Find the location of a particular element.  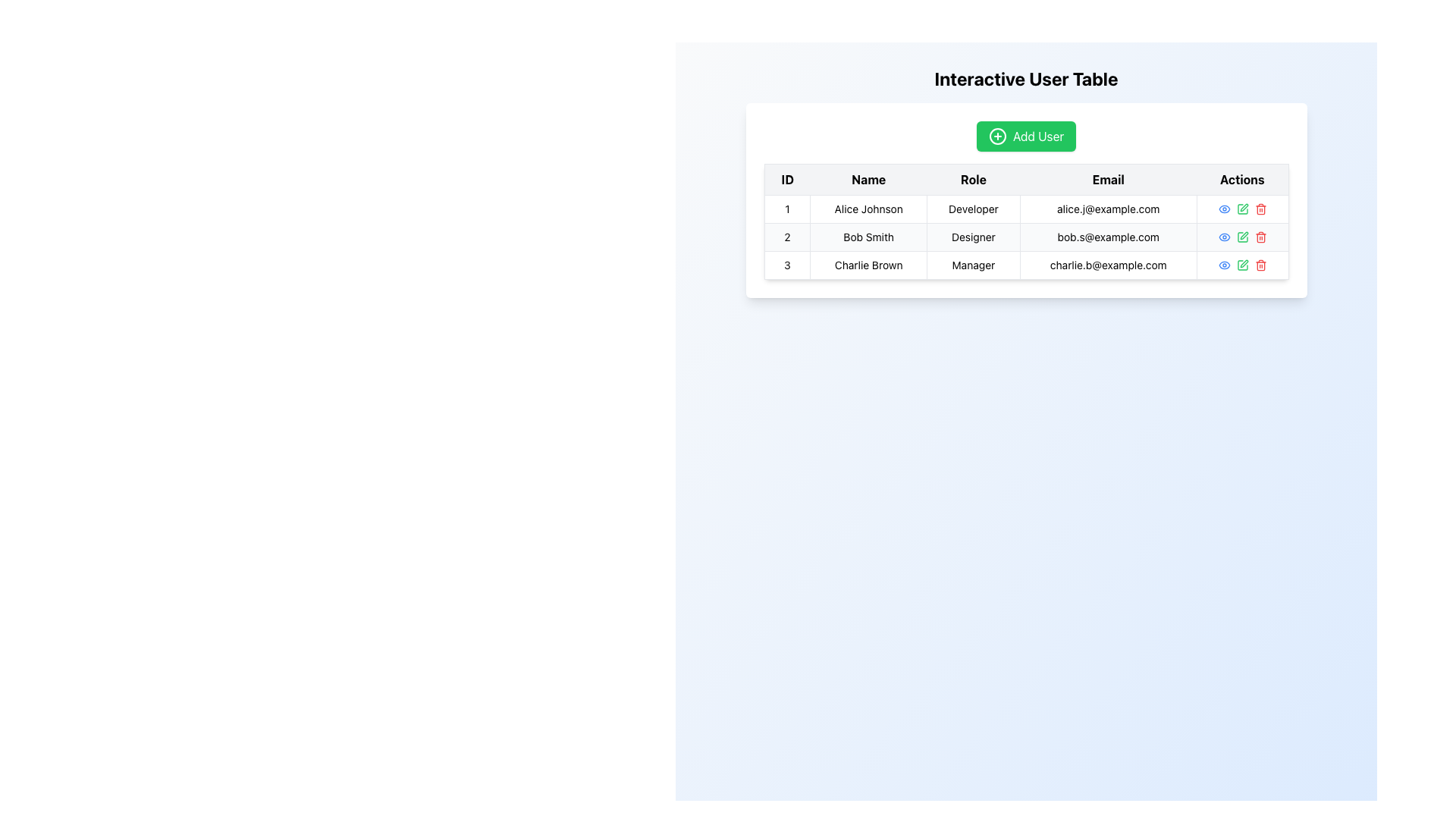

the delete button located in the actions column of the second row in the table is located at coordinates (1260, 237).